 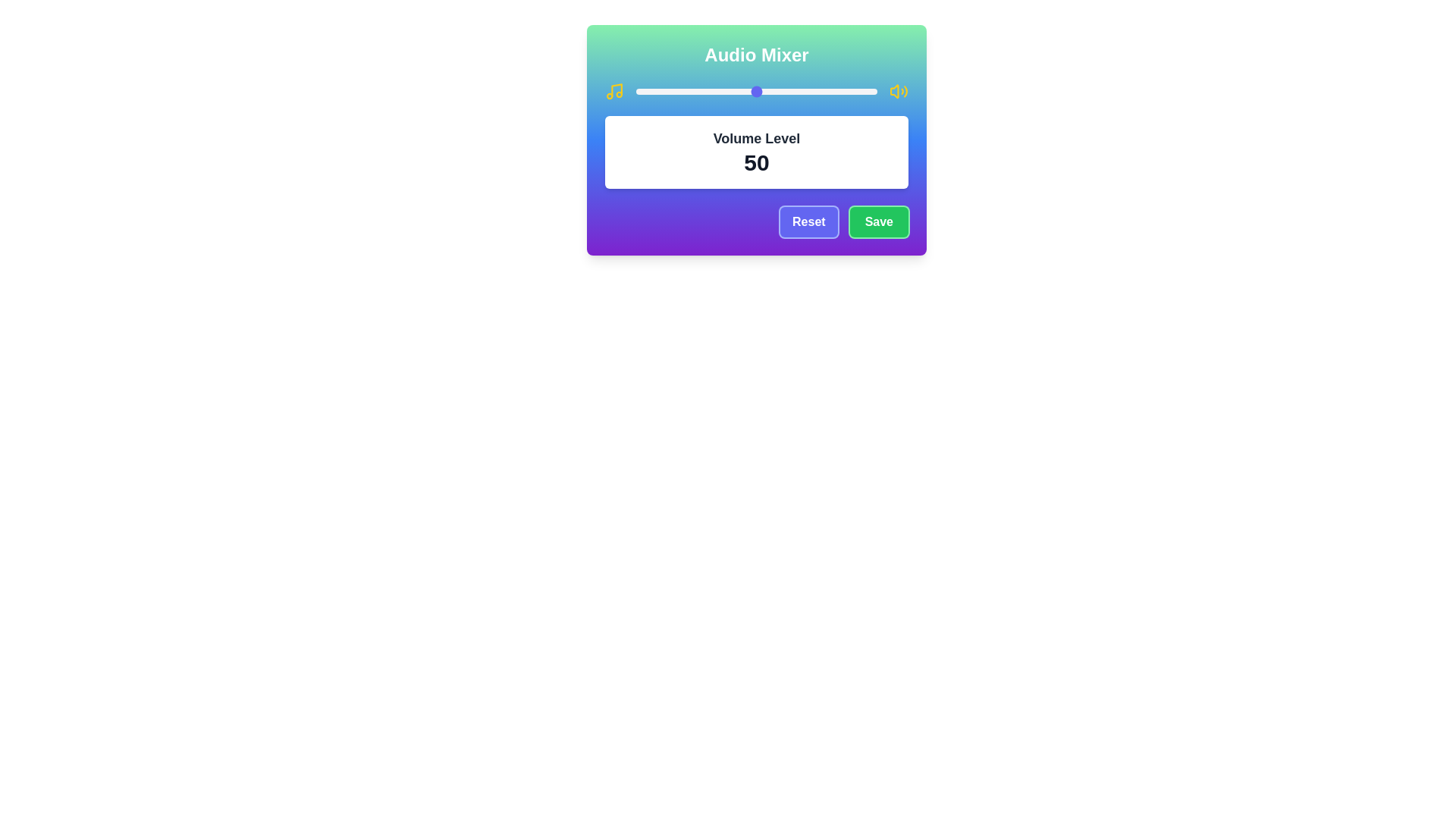 What do you see at coordinates (808, 222) in the screenshot?
I see `the rectangular 'Reset' button with rounded corners, filled with an indigo gradient shade` at bounding box center [808, 222].